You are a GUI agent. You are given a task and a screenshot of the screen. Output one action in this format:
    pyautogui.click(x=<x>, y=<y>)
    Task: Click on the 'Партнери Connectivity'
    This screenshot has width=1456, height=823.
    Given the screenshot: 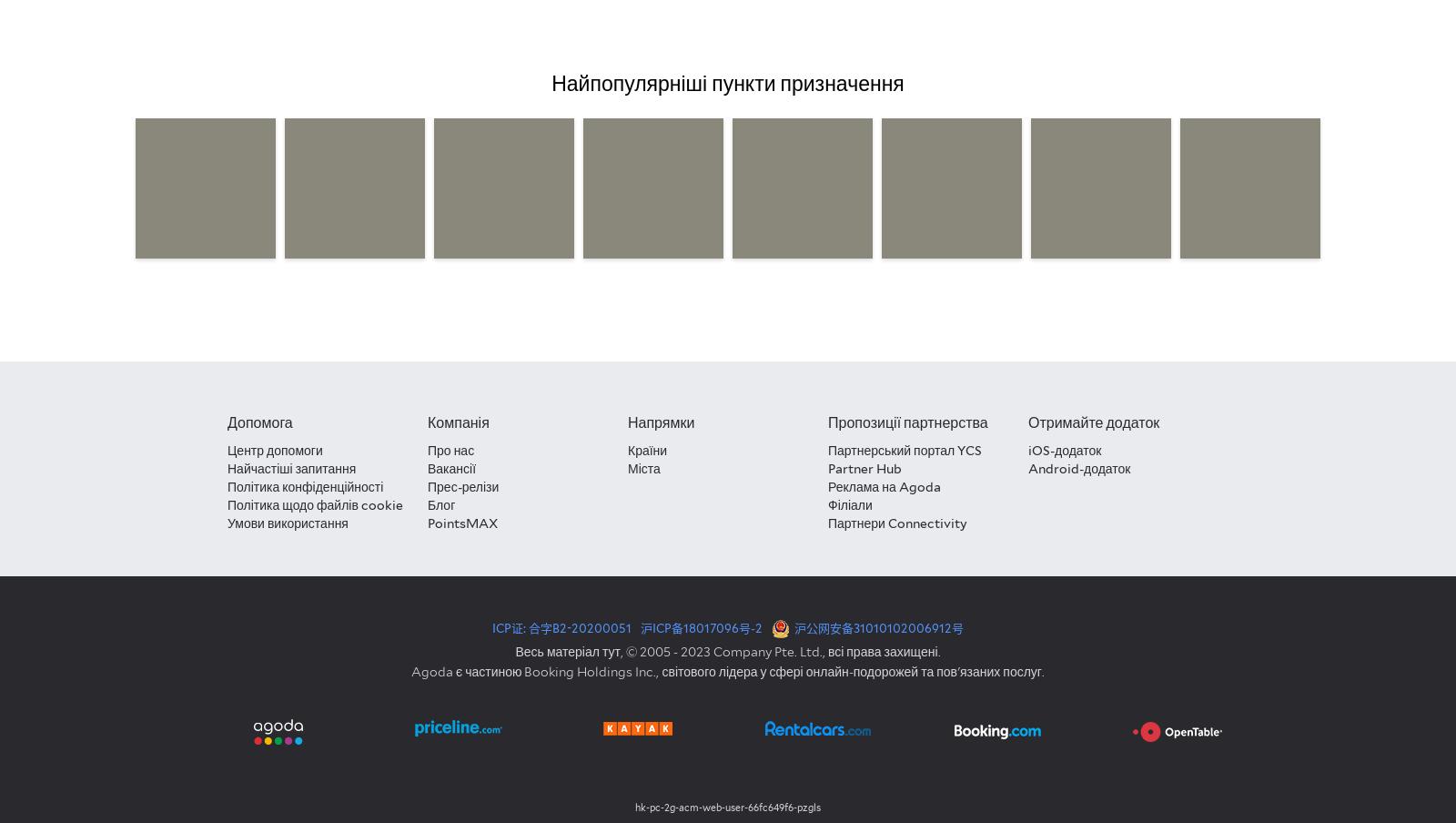 What is the action you would take?
    pyautogui.click(x=895, y=522)
    